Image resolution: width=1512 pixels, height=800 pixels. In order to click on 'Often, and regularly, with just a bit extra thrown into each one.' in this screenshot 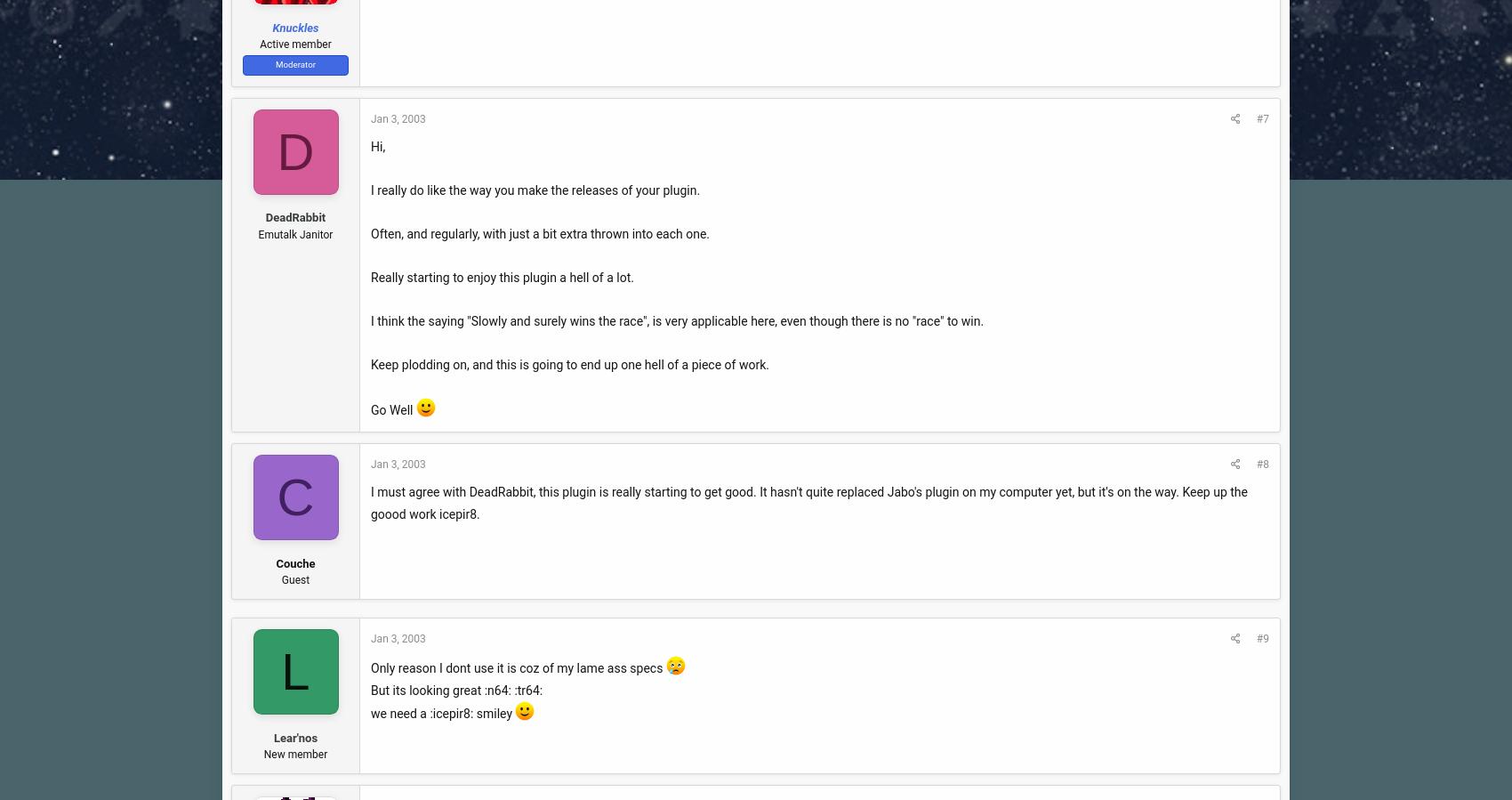, I will do `click(539, 232)`.